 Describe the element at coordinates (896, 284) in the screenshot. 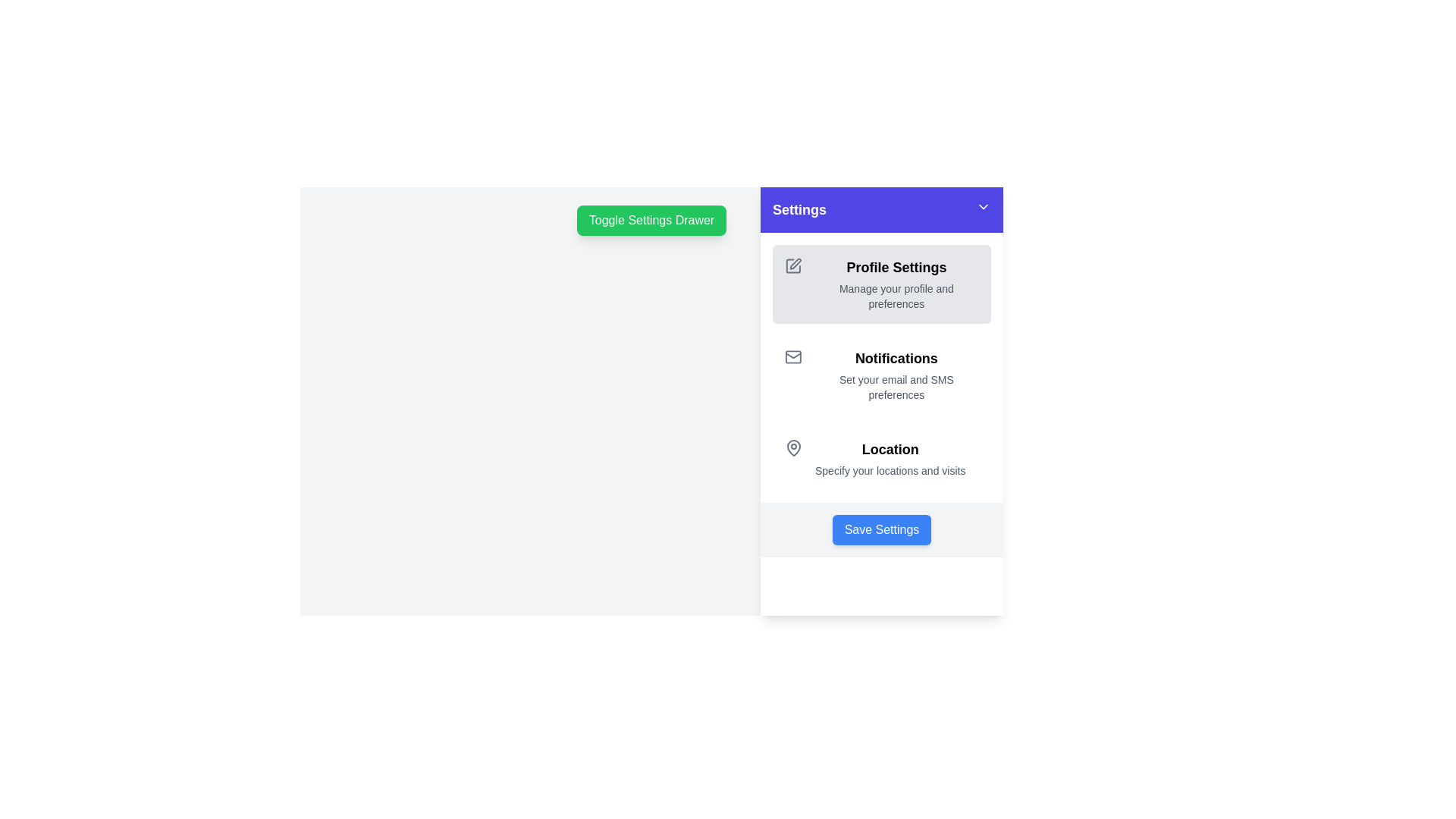

I see `the static text block titled 'Profile Settings' that contains a description stating 'Manage your profile and preferences', located in the right-side settings panel under the 'Settings' header` at that location.